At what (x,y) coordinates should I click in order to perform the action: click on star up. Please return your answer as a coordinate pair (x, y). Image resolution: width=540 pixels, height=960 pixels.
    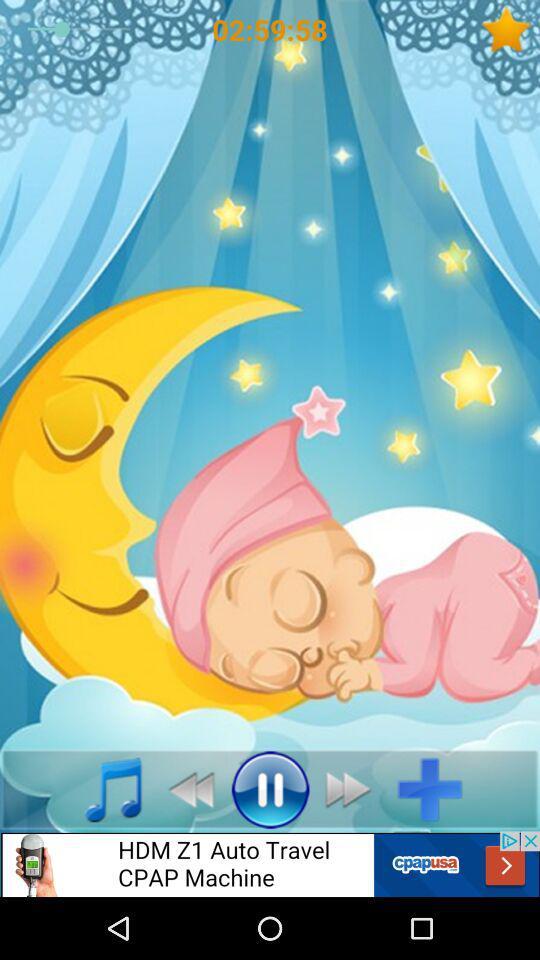
    Looking at the image, I should click on (510, 28).